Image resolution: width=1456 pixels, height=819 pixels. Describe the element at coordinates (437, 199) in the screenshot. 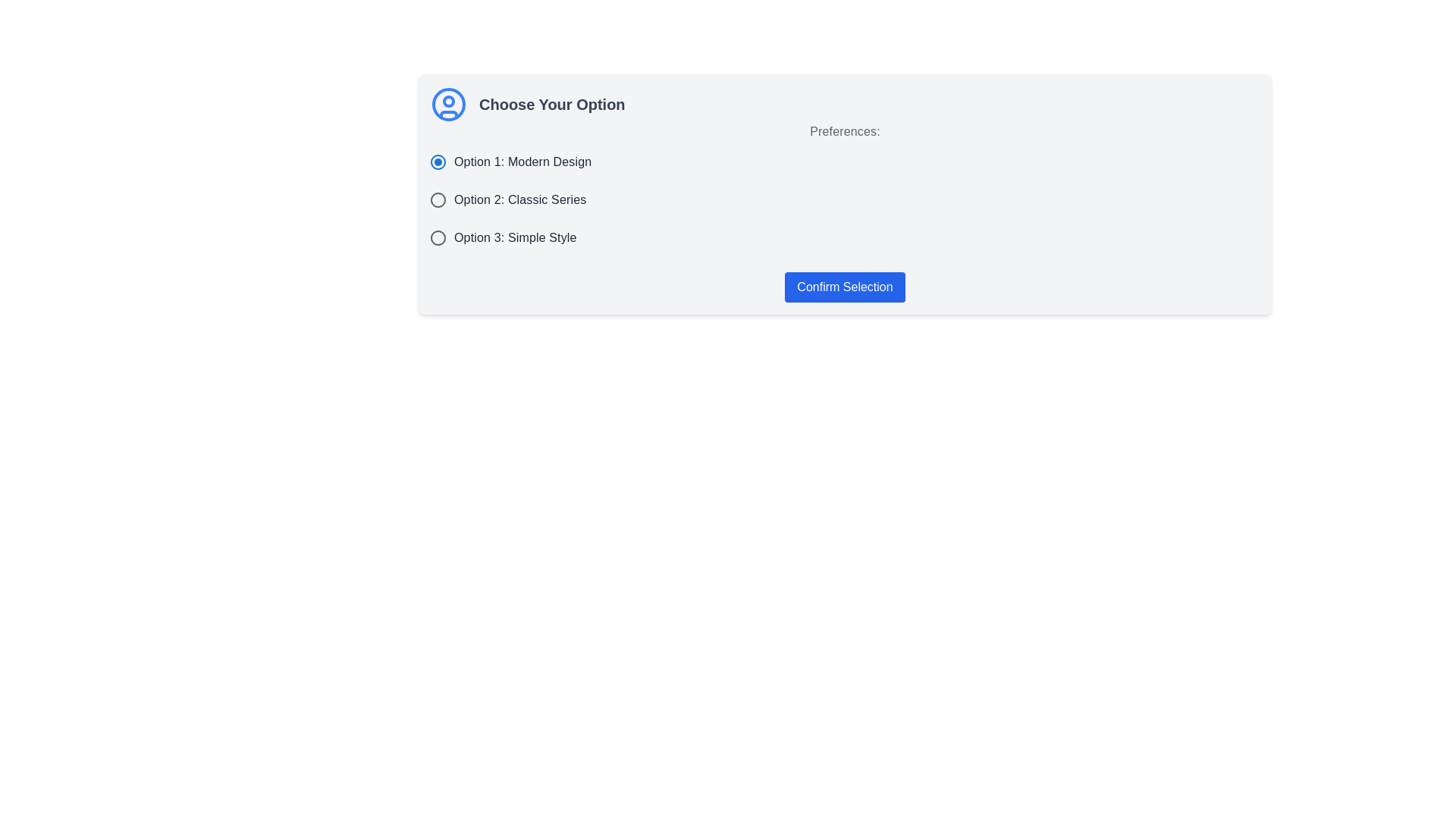

I see `the second radio button labeled 'Option 2: Classic Series'` at that location.